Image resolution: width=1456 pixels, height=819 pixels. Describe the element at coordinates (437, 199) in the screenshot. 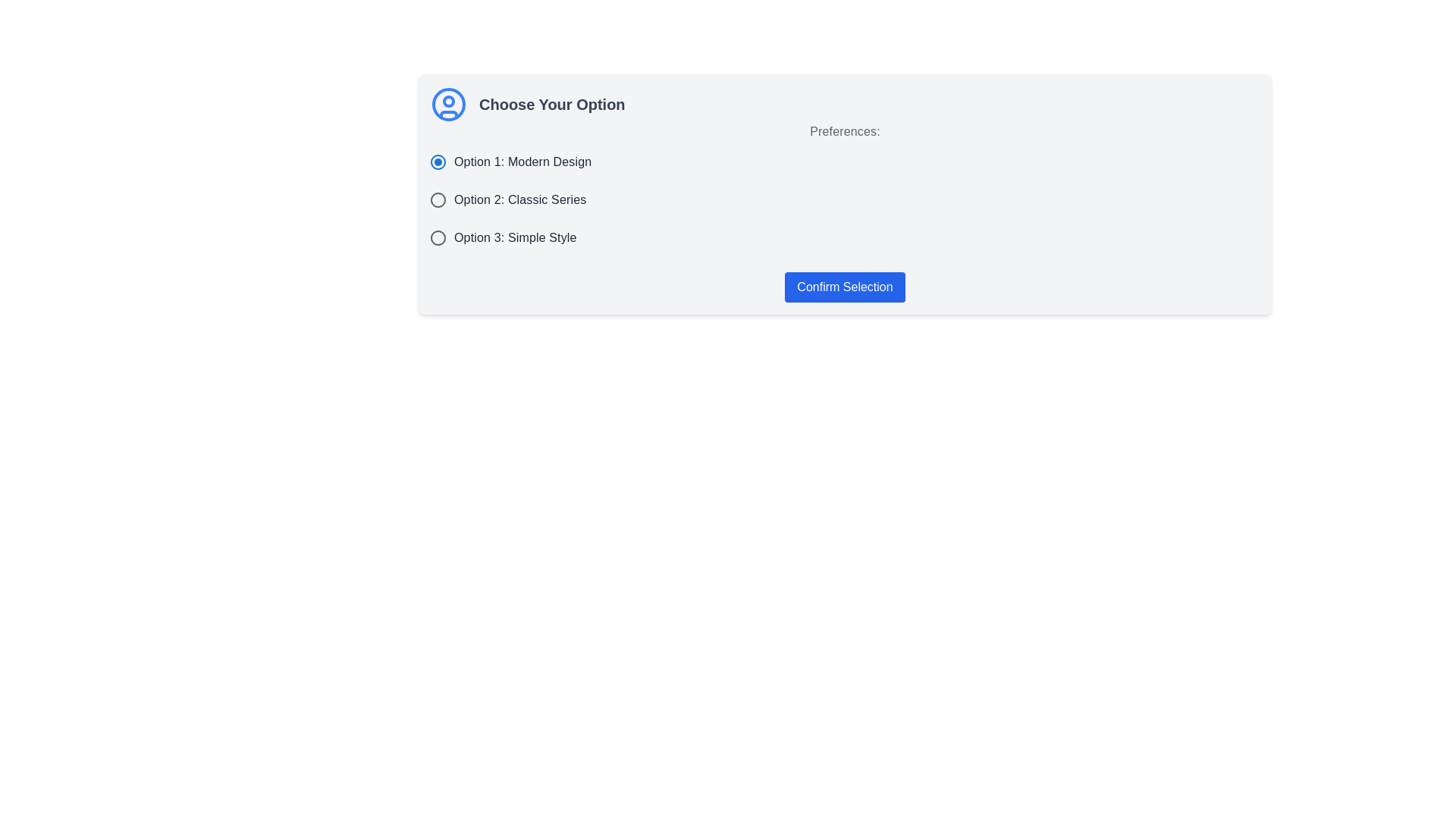

I see `the second radio button labeled 'Option 2: Classic Series'` at that location.